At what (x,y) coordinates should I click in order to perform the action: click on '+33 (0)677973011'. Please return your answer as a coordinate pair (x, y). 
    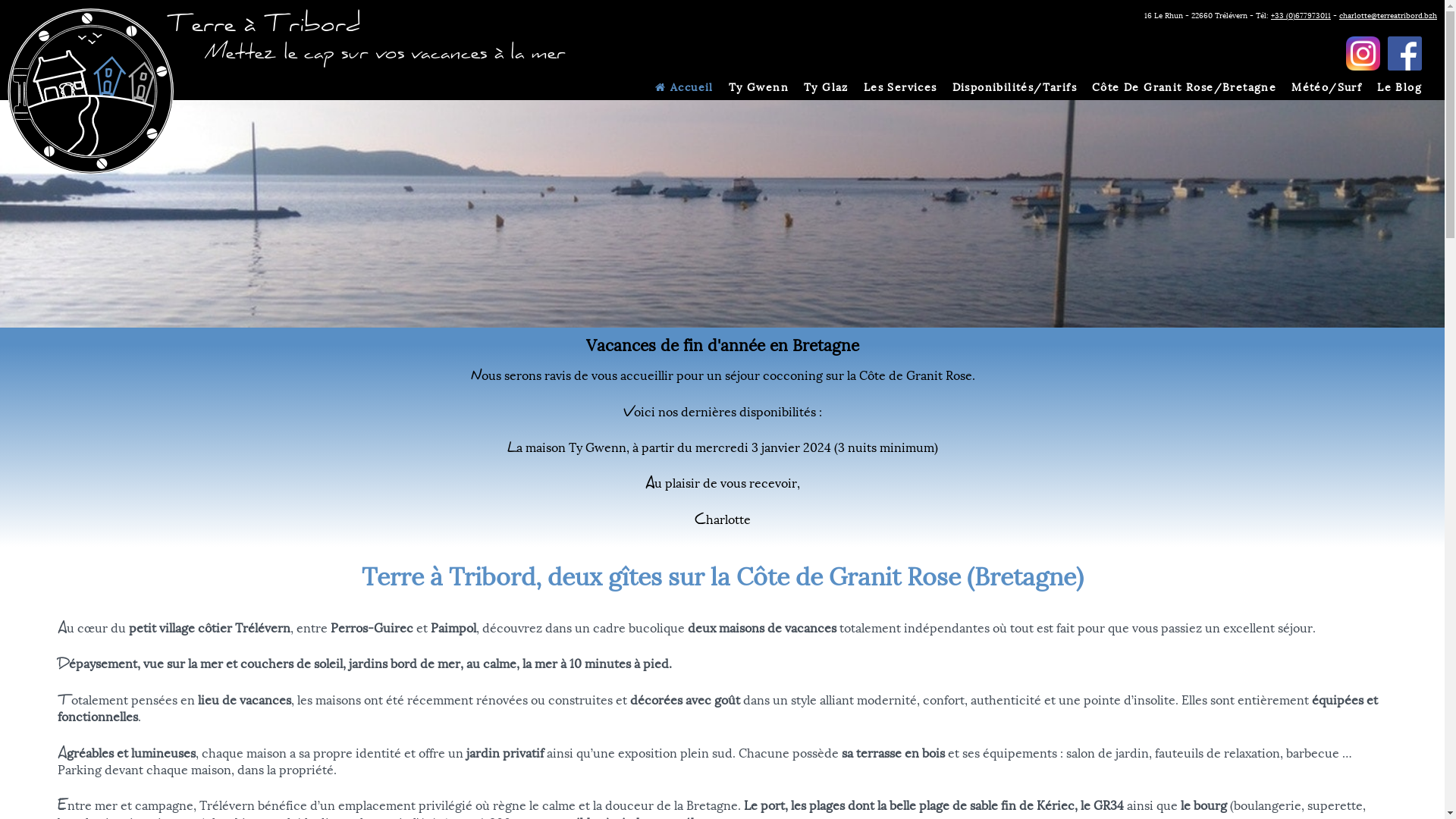
    Looking at the image, I should click on (1300, 15).